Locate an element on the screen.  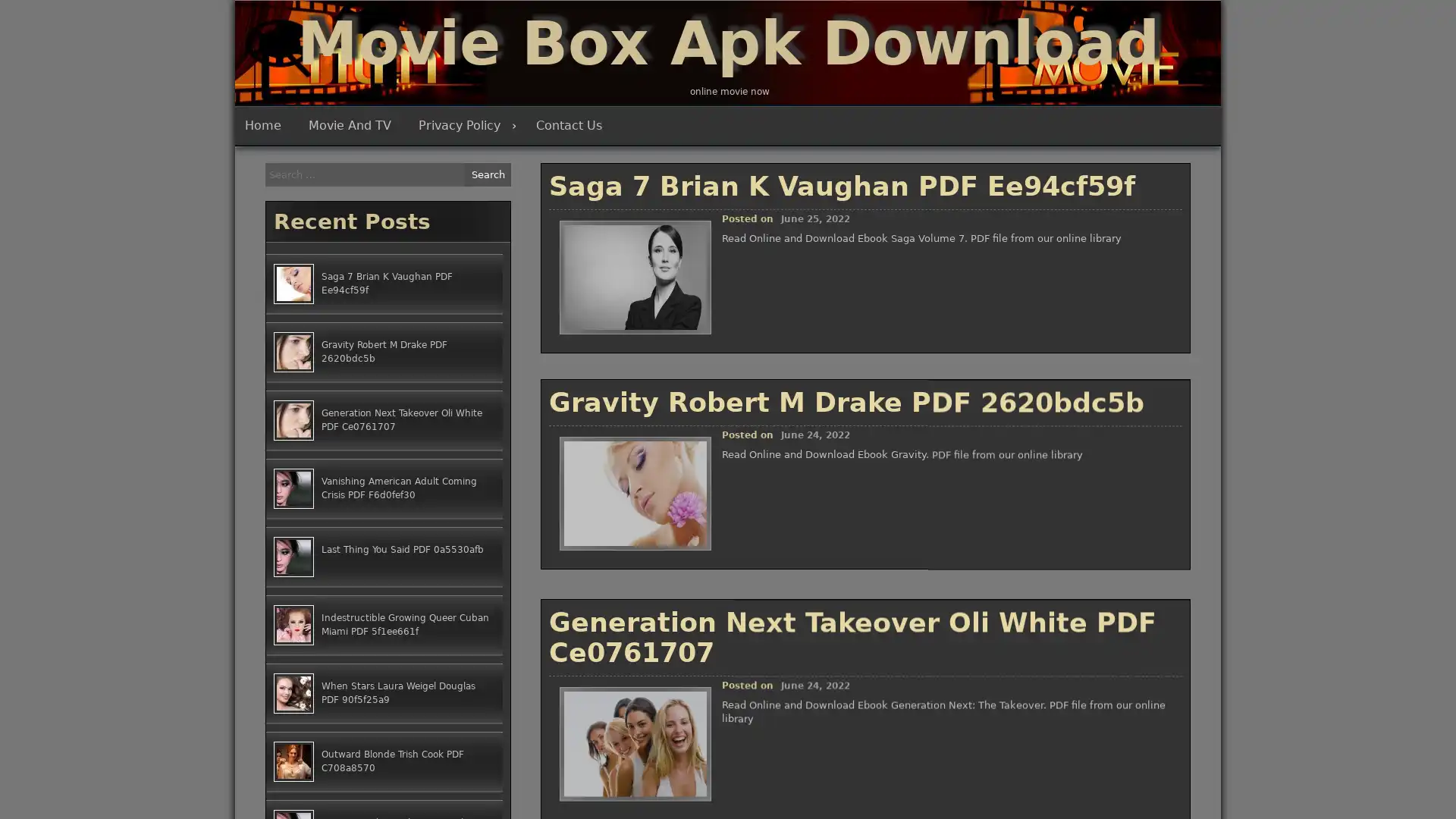
Search is located at coordinates (488, 174).